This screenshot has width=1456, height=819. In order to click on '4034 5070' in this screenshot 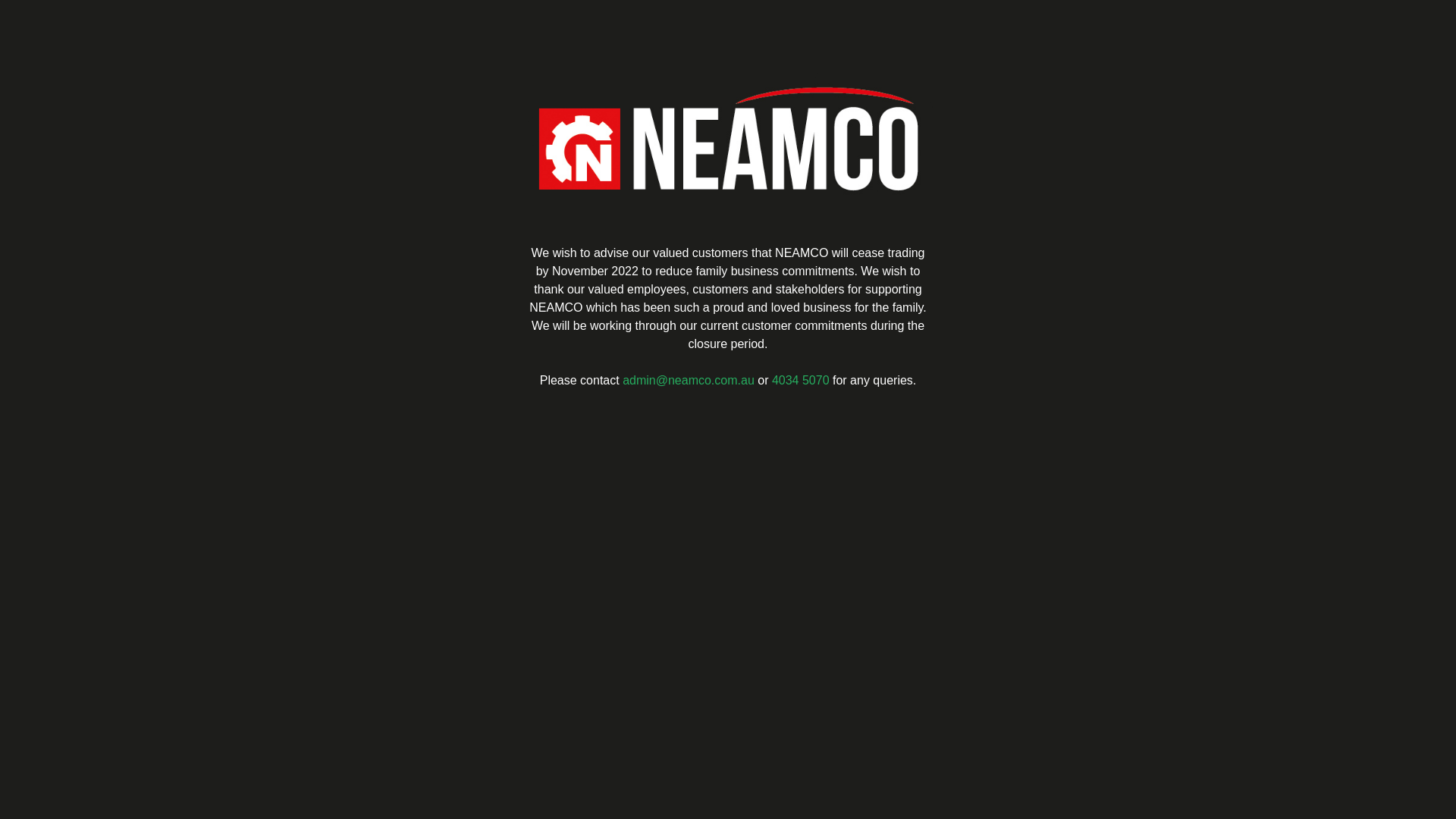, I will do `click(800, 379)`.